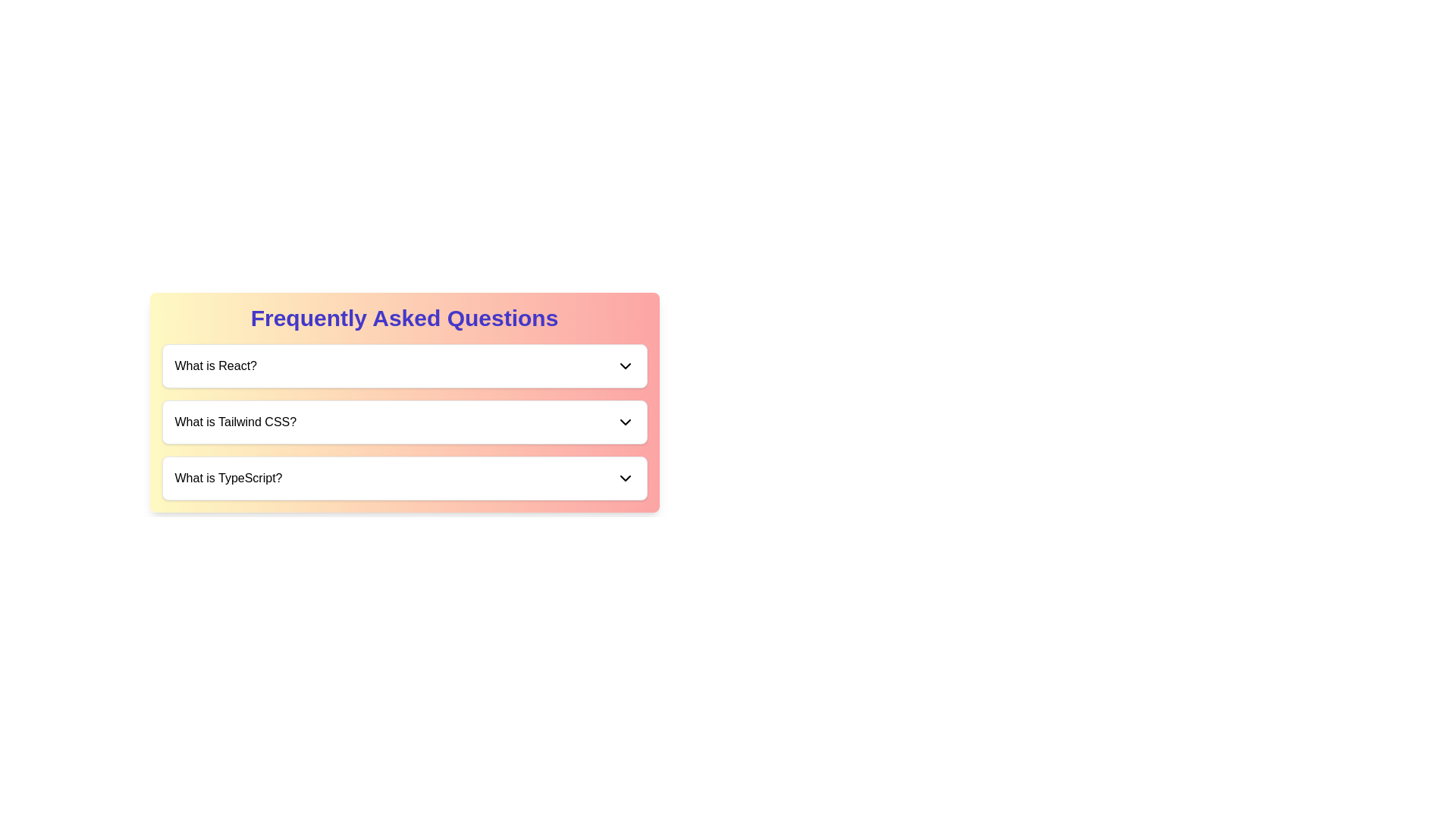 The width and height of the screenshot is (1456, 819). What do you see at coordinates (404, 394) in the screenshot?
I see `question item 'What is Tailwind CSS?' from the dropdown list titled 'Frequently Asked Questions'` at bounding box center [404, 394].